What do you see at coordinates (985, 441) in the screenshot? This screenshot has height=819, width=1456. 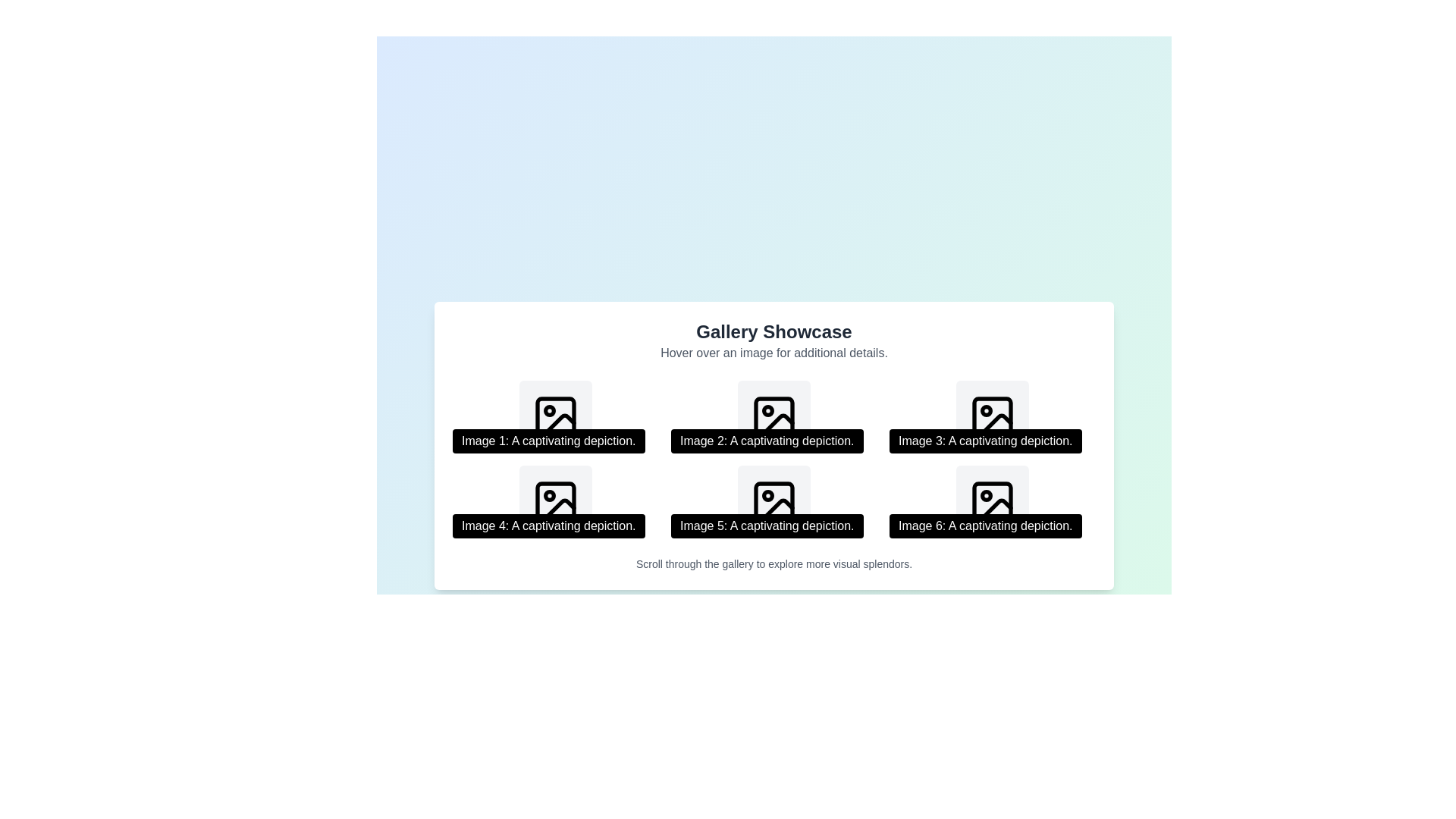 I see `the text label with the content 'Image 3: A captivating depiction.' which has a black background and white text, located beneath the visual representation of 'Image 3'` at bounding box center [985, 441].